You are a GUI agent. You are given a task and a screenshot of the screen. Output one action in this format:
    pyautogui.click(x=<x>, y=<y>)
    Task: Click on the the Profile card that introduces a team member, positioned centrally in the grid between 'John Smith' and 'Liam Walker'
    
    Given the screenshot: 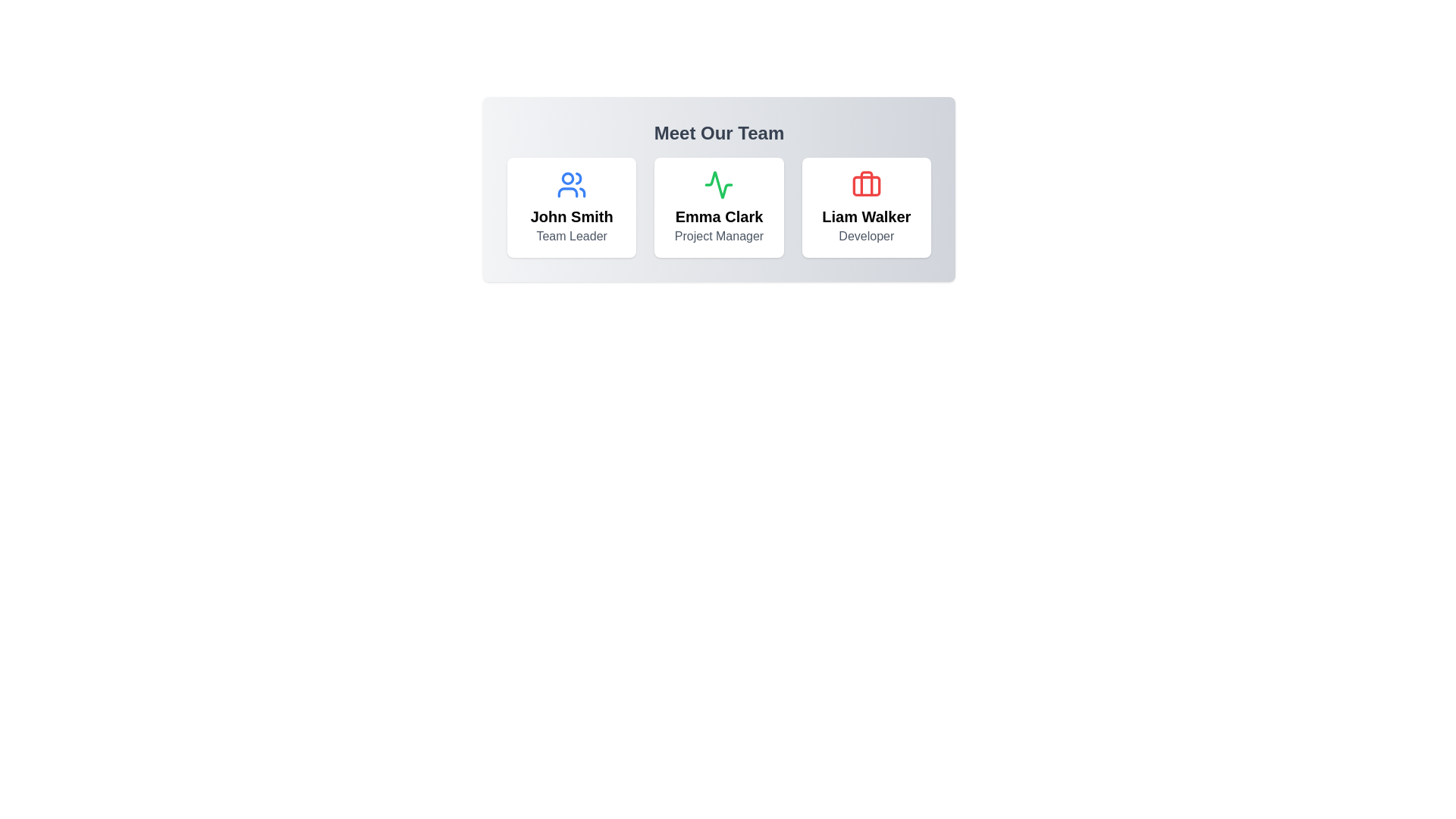 What is the action you would take?
    pyautogui.click(x=718, y=207)
    